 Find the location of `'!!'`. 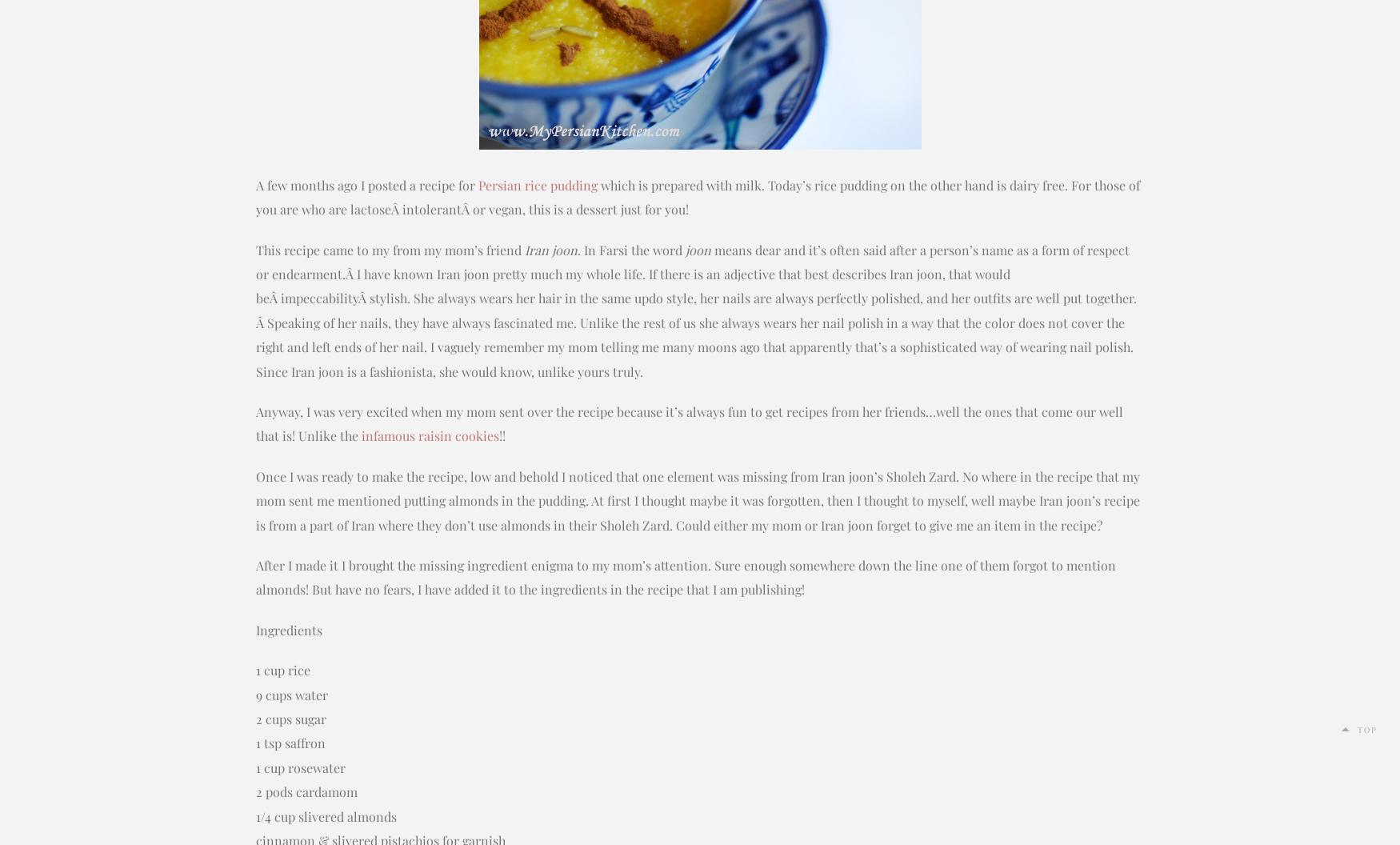

'!!' is located at coordinates (502, 435).